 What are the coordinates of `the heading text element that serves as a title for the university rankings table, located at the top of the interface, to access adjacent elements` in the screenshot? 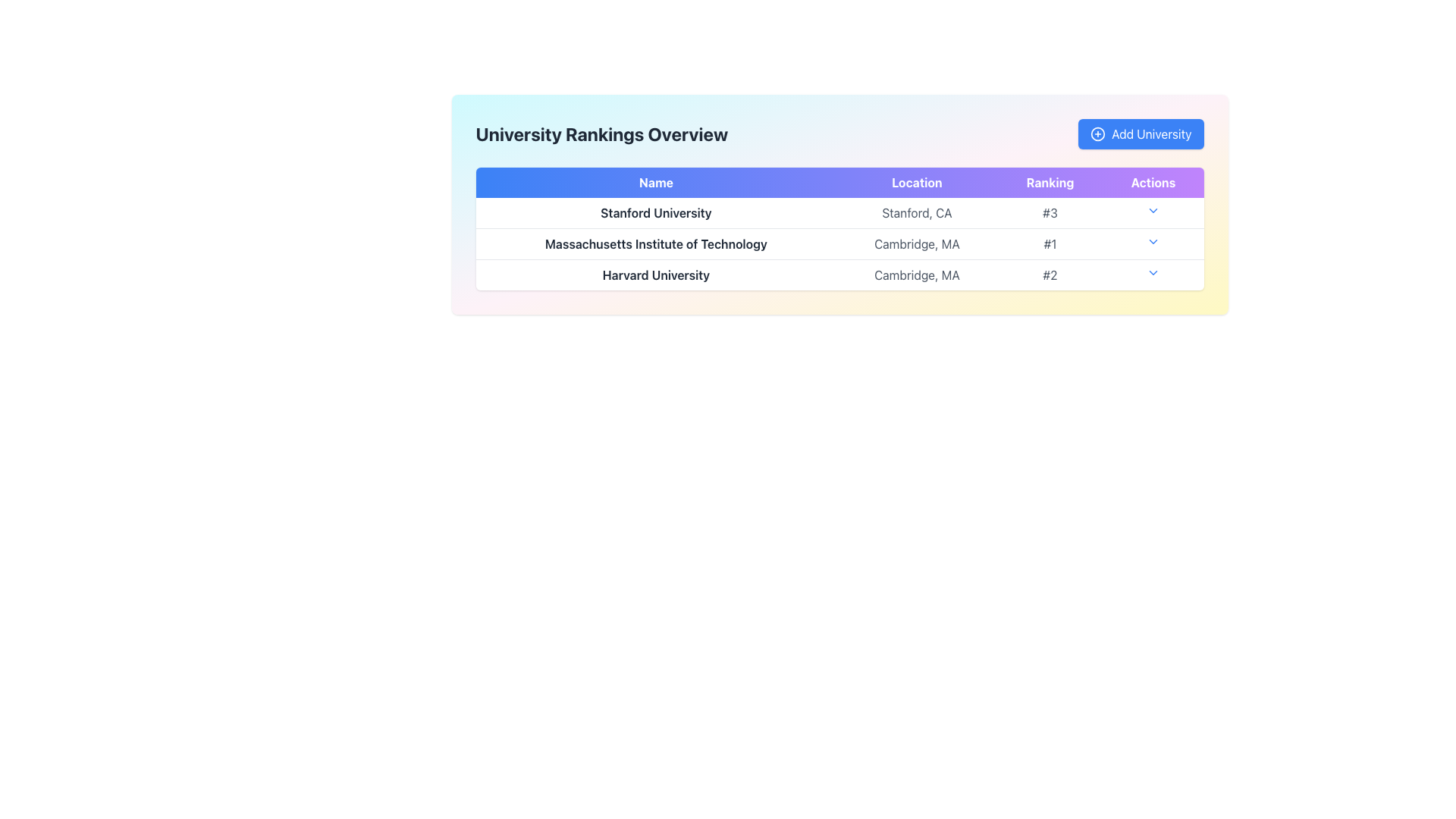 It's located at (601, 133).